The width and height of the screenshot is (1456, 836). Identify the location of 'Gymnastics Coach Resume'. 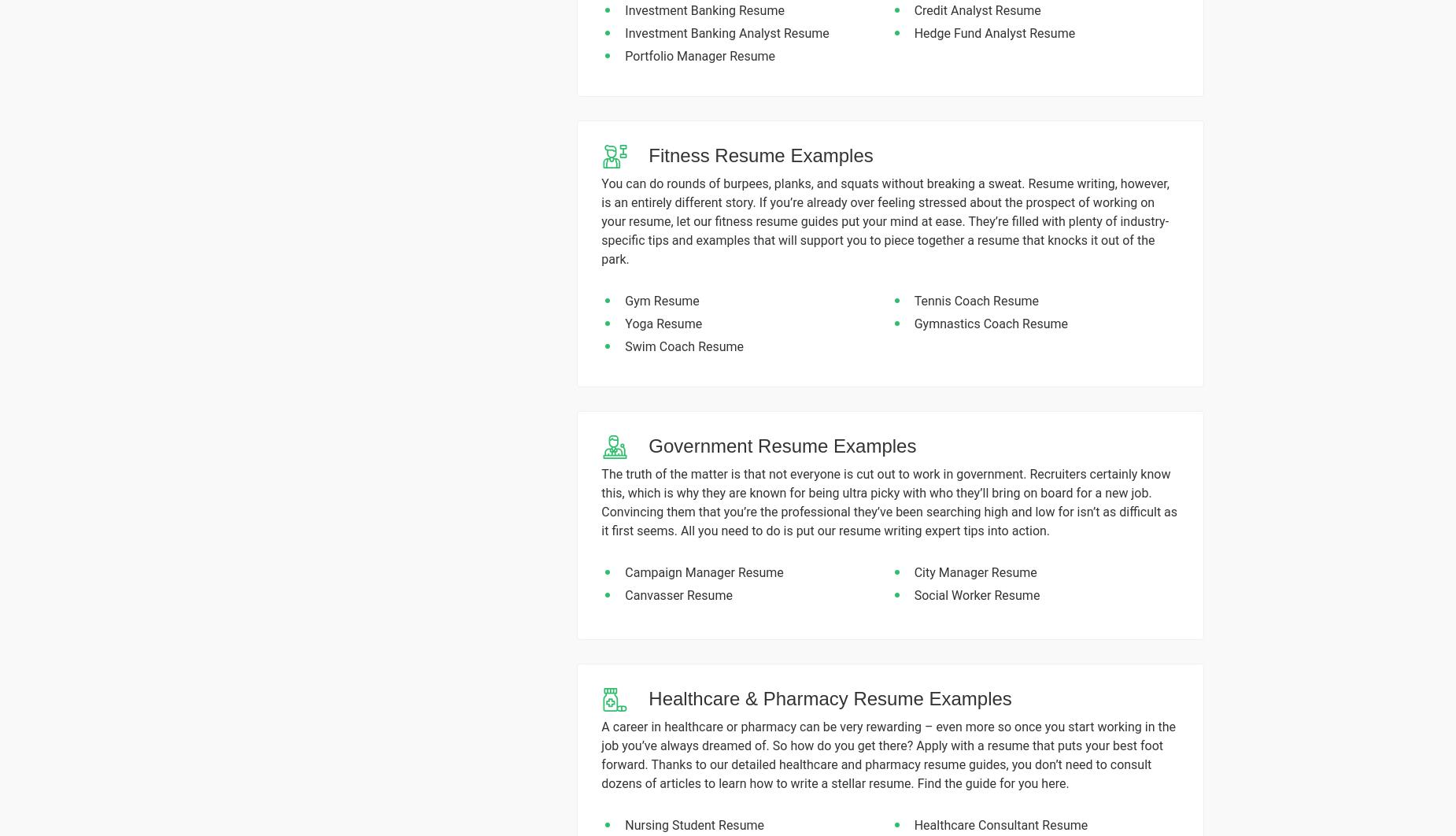
(989, 323).